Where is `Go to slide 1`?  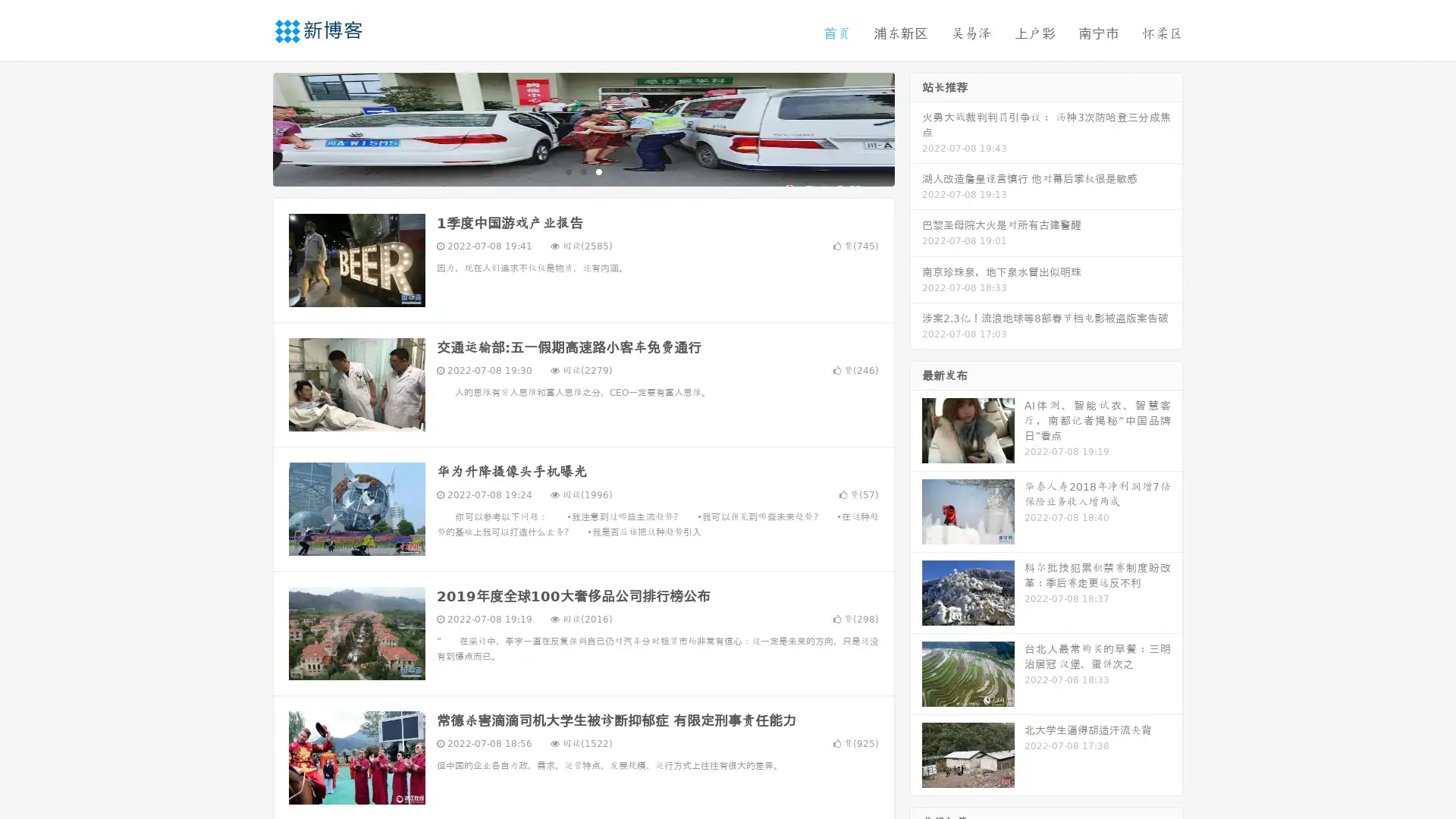
Go to slide 1 is located at coordinates (567, 171).